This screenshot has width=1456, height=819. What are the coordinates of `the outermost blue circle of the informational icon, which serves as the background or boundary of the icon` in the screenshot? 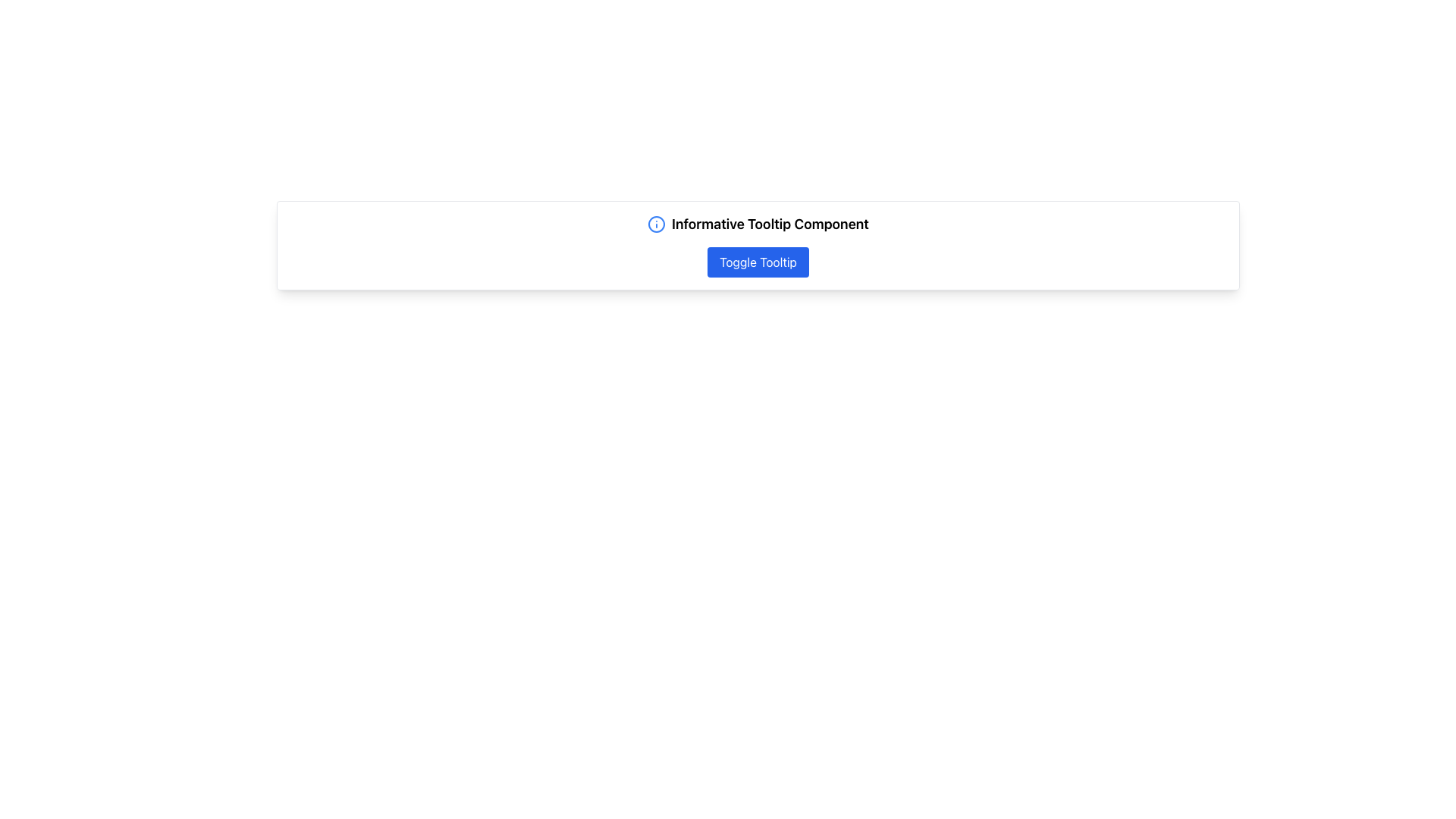 It's located at (656, 224).